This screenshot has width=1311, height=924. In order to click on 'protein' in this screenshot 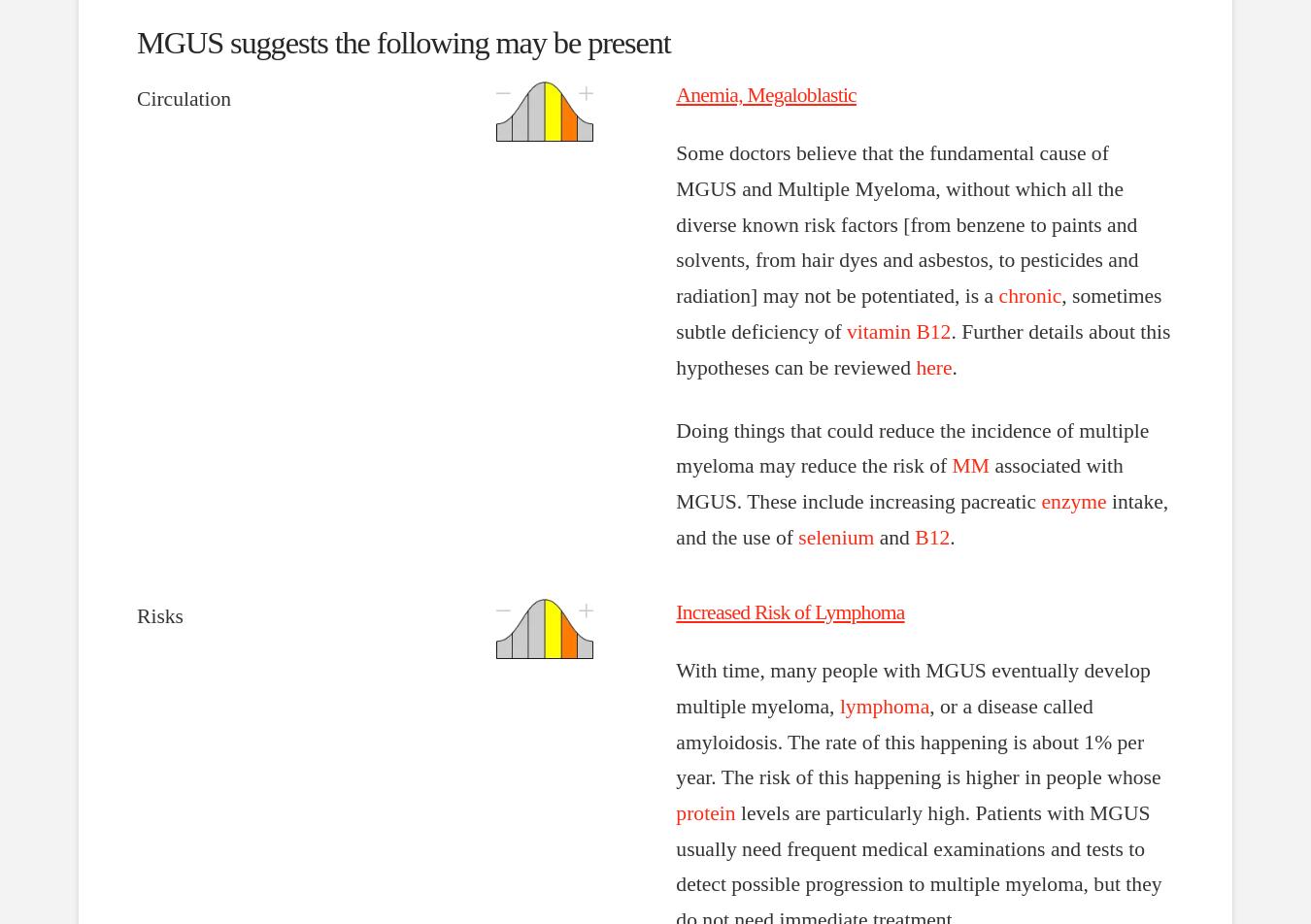, I will do `click(704, 813)`.